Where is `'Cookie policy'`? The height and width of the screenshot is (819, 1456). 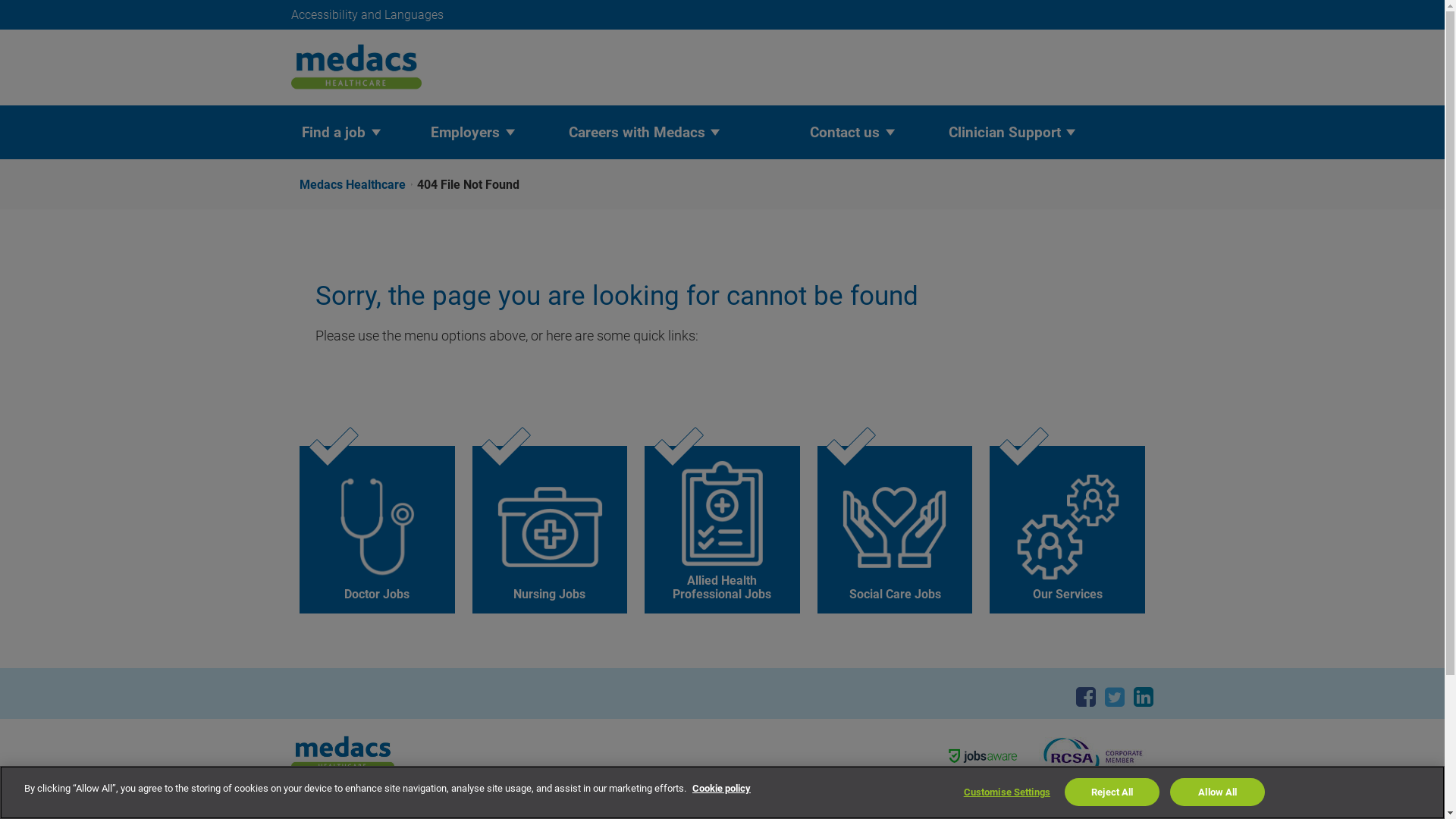
'Cookie policy' is located at coordinates (720, 787).